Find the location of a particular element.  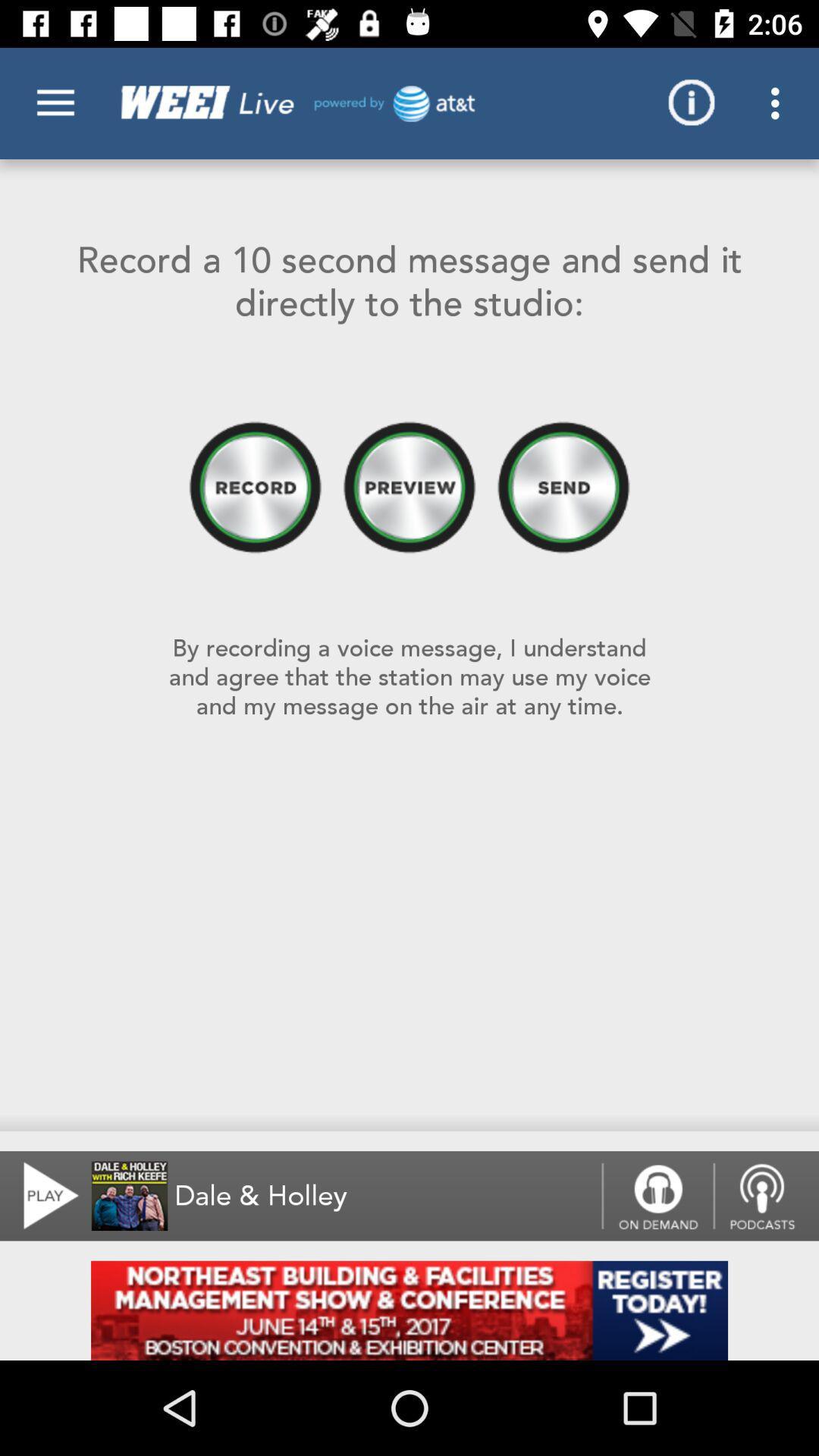

advertisement is located at coordinates (409, 1310).